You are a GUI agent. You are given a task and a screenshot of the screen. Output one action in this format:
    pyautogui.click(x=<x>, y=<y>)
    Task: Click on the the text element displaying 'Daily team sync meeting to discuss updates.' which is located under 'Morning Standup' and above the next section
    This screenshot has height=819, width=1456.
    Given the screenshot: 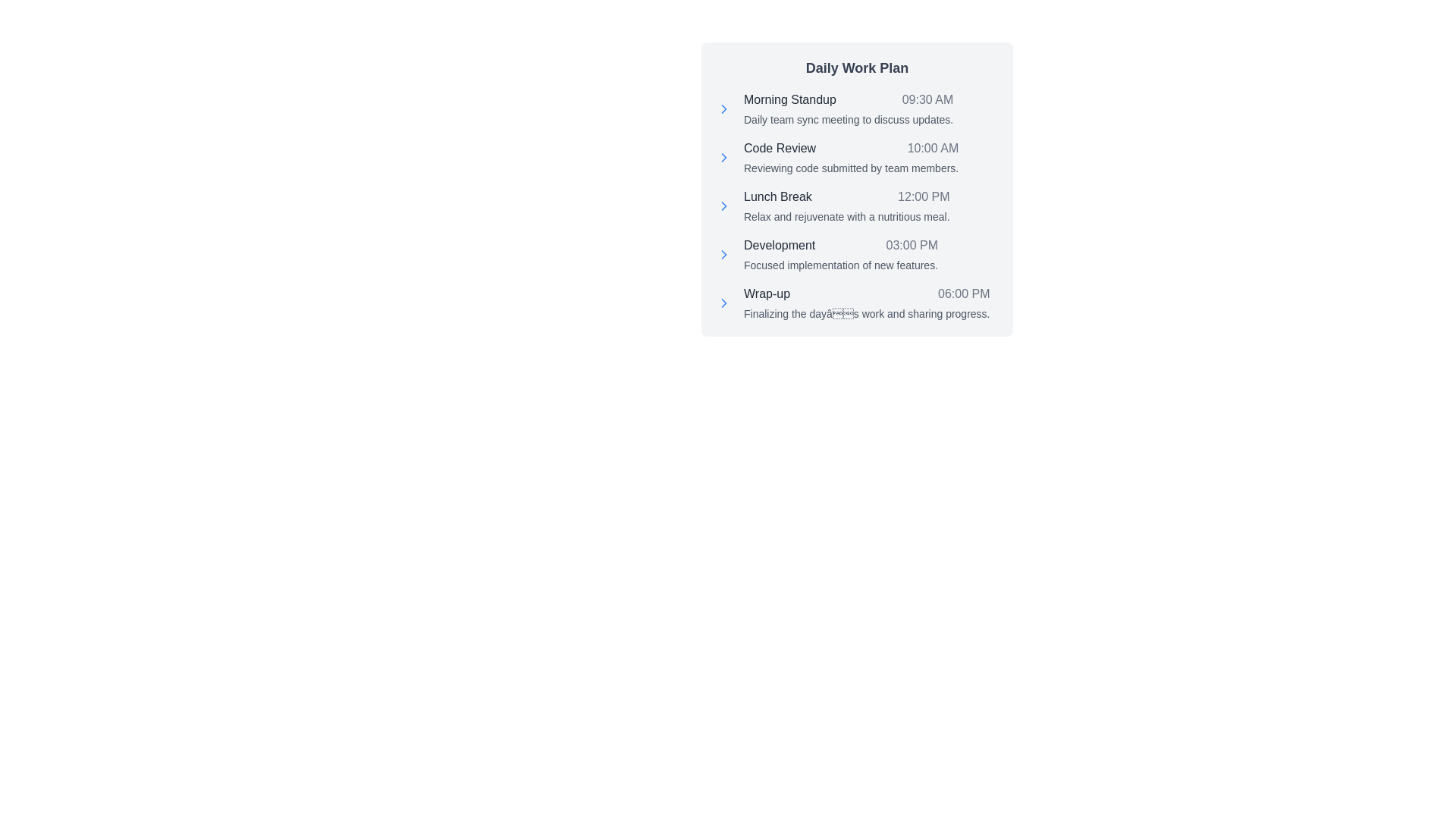 What is the action you would take?
    pyautogui.click(x=848, y=119)
    